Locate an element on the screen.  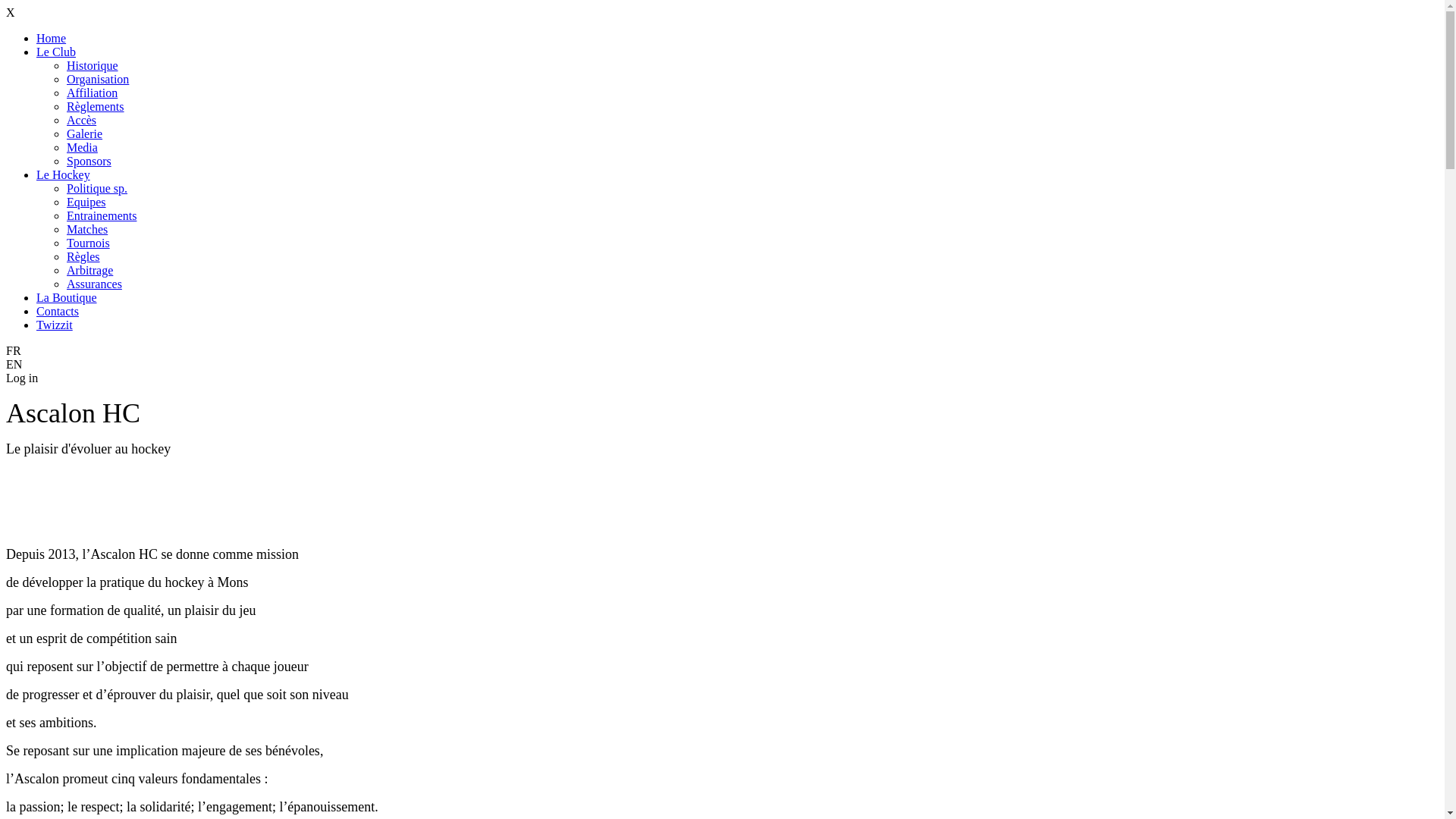
'Entrainements' is located at coordinates (65, 215).